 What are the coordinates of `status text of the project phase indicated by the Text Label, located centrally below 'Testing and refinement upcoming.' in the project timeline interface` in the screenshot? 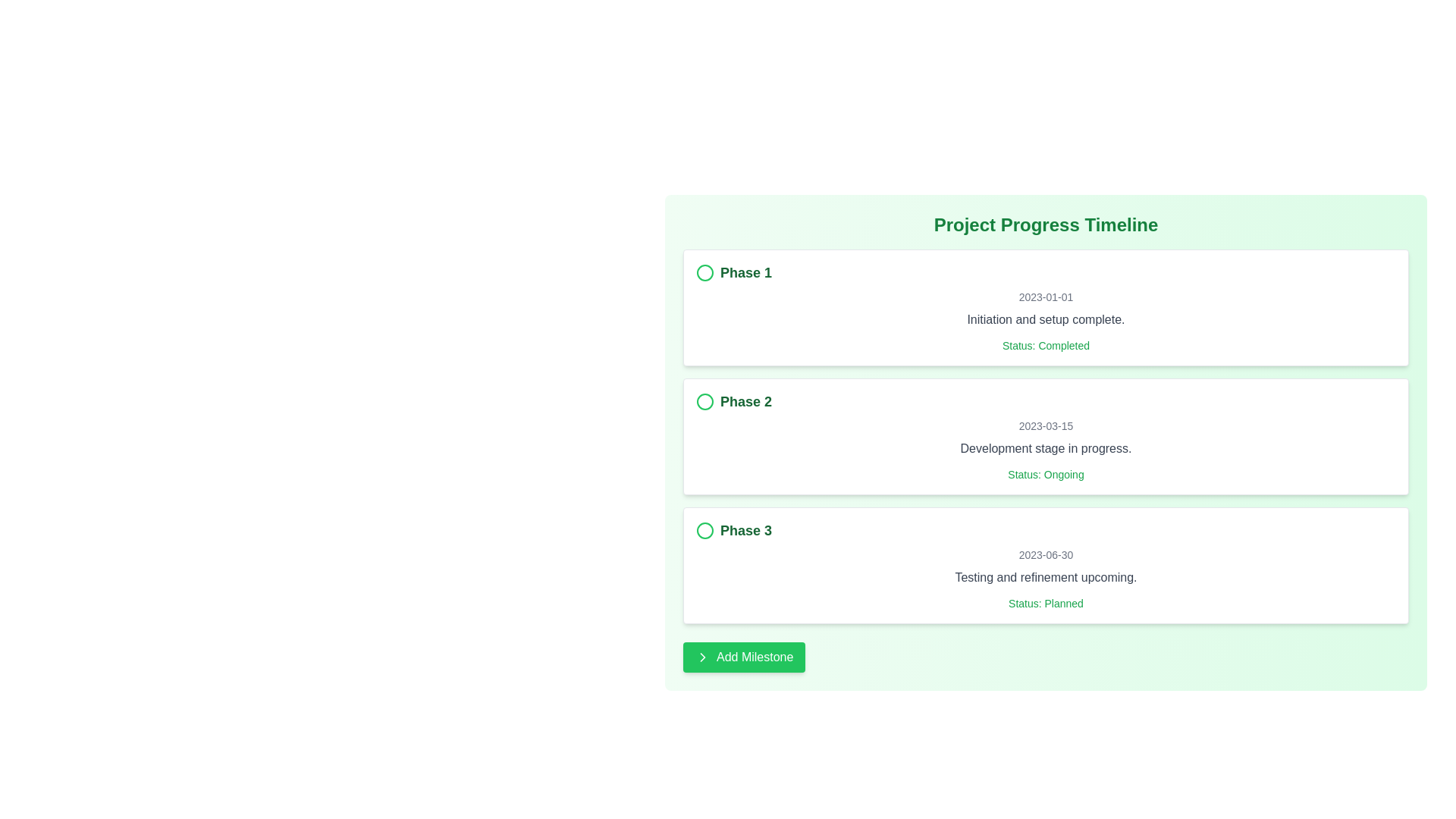 It's located at (1045, 602).